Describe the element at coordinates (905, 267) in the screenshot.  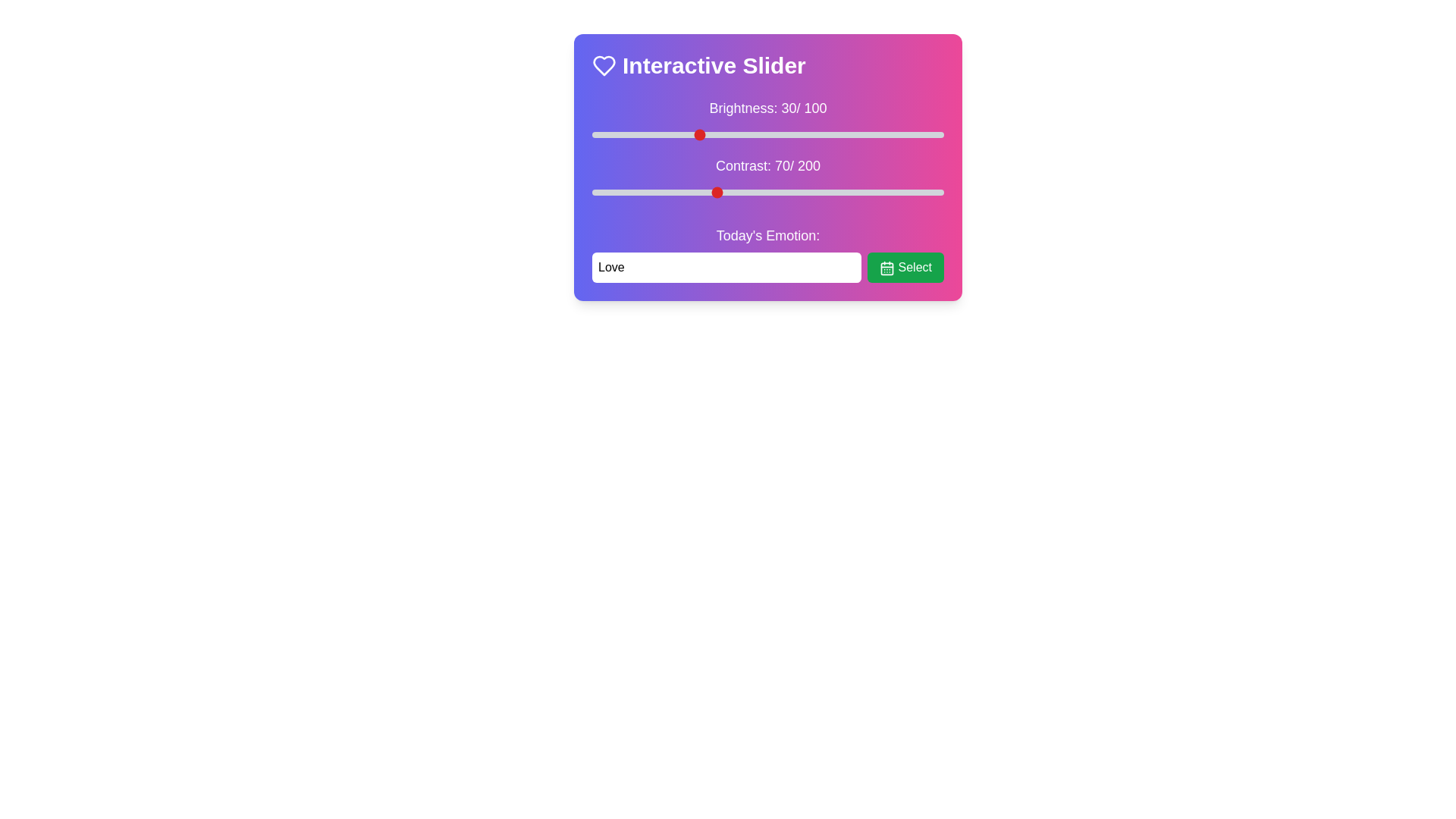
I see `the 'Select' button to confirm the emotion input` at that location.